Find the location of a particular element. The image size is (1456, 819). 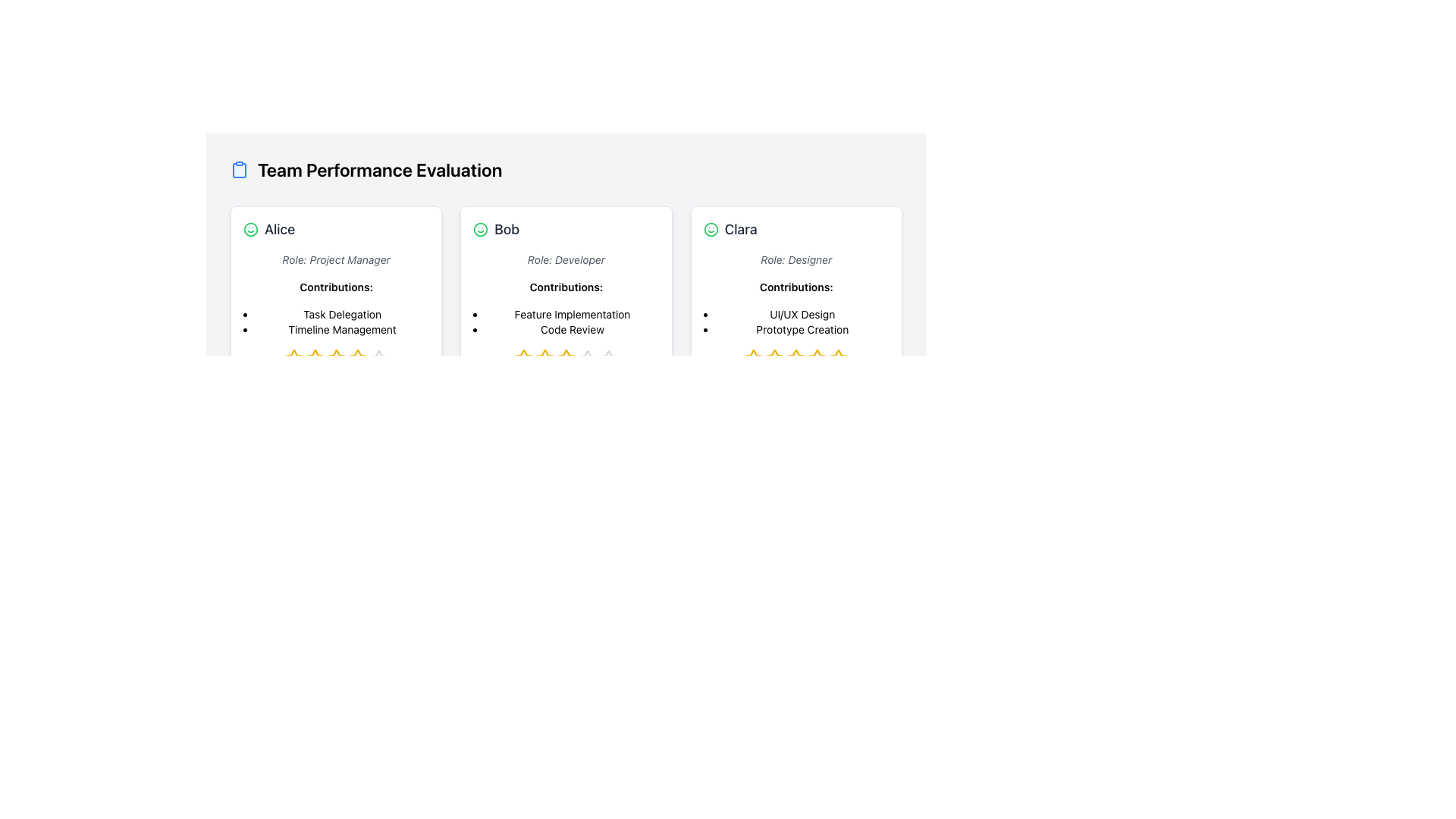

the third star icon from the left in the rating system below Bob's profile card is located at coordinates (545, 358).